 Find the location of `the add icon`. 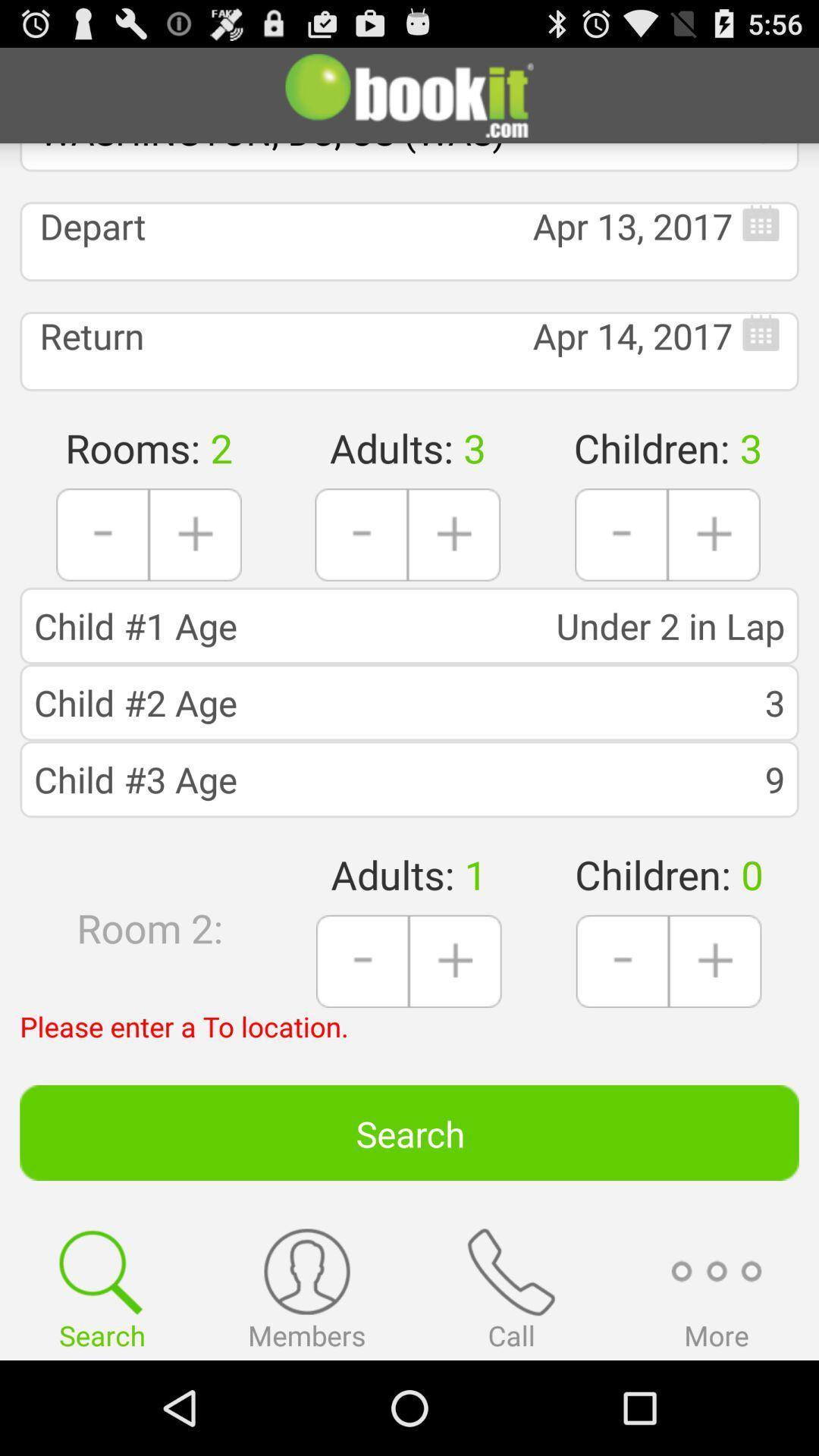

the add icon is located at coordinates (453, 571).